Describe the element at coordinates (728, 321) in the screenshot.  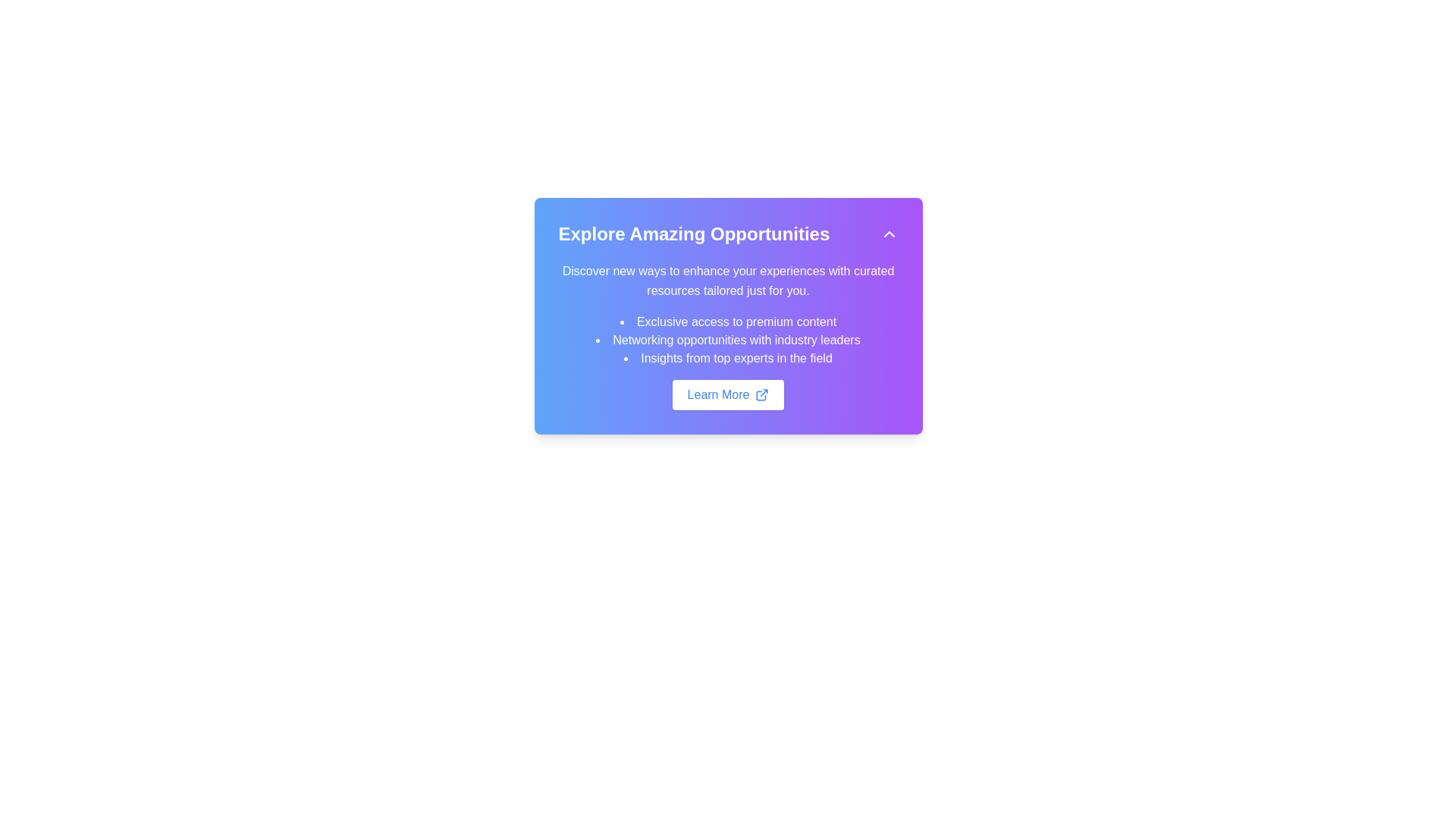
I see `the text element stating 'Exclusive access to premium content', which is the first item in a list of bullet points within the informational card titled 'Explore Amazing Opportunities'` at that location.